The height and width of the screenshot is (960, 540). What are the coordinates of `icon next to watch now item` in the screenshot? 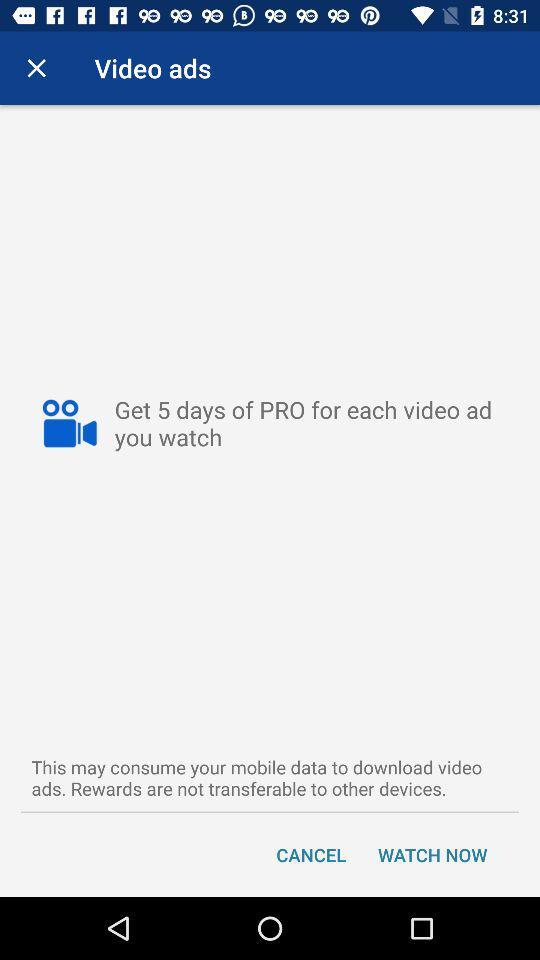 It's located at (311, 853).